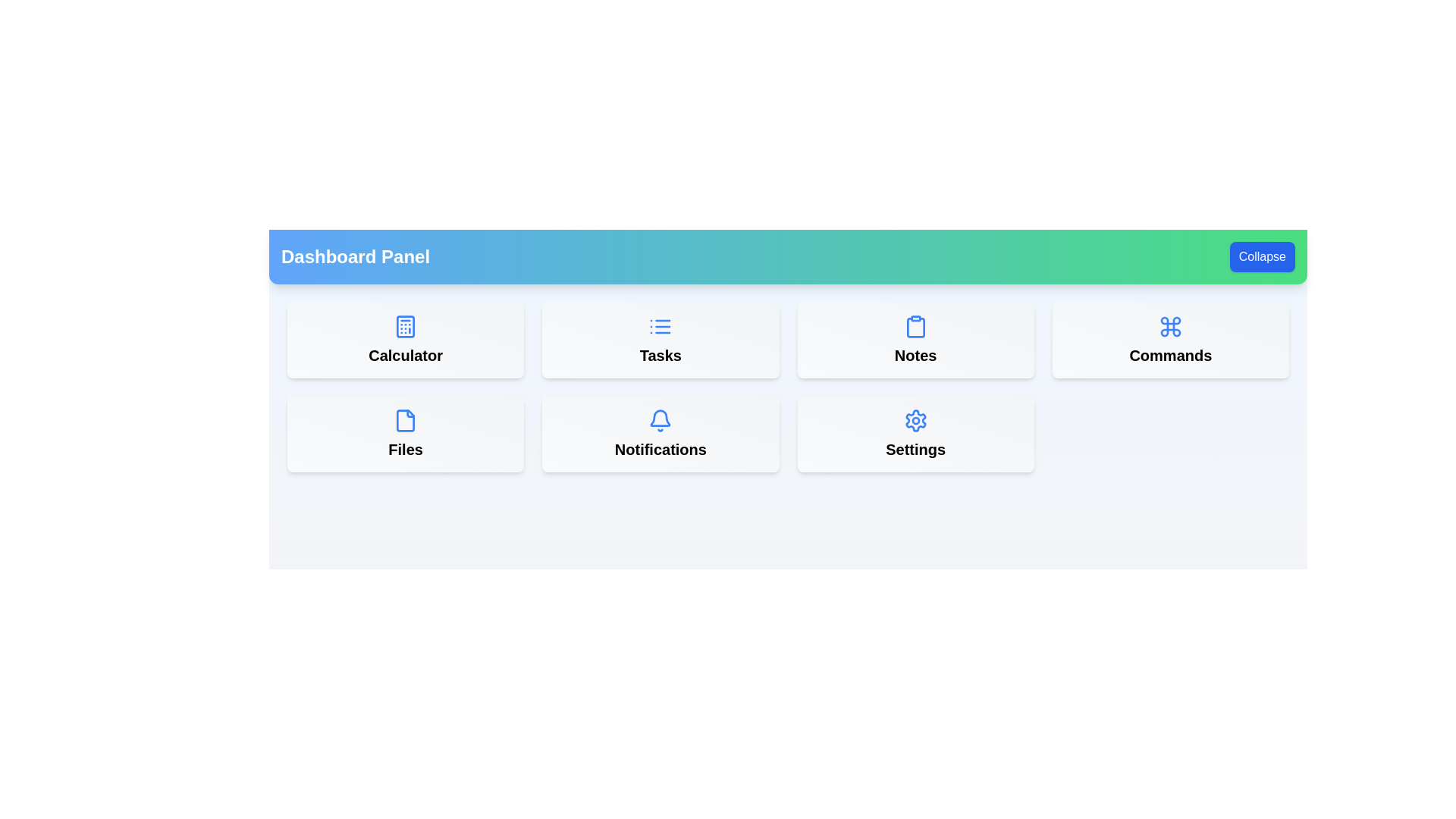 The image size is (1456, 819). What do you see at coordinates (660, 435) in the screenshot?
I see `the menu item labeled Notifications` at bounding box center [660, 435].